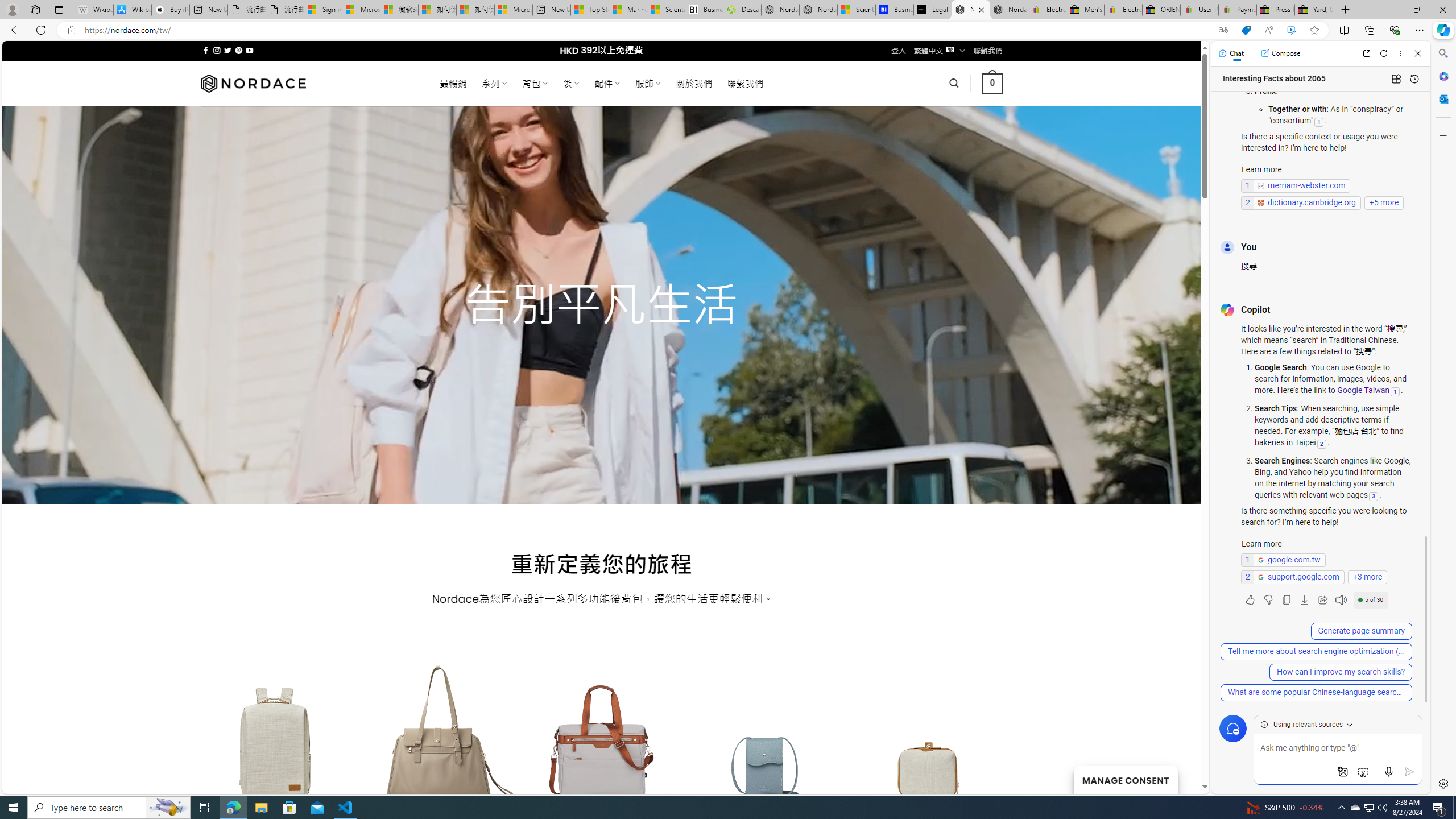 The height and width of the screenshot is (819, 1456). What do you see at coordinates (1222, 30) in the screenshot?
I see `'Show translate options'` at bounding box center [1222, 30].